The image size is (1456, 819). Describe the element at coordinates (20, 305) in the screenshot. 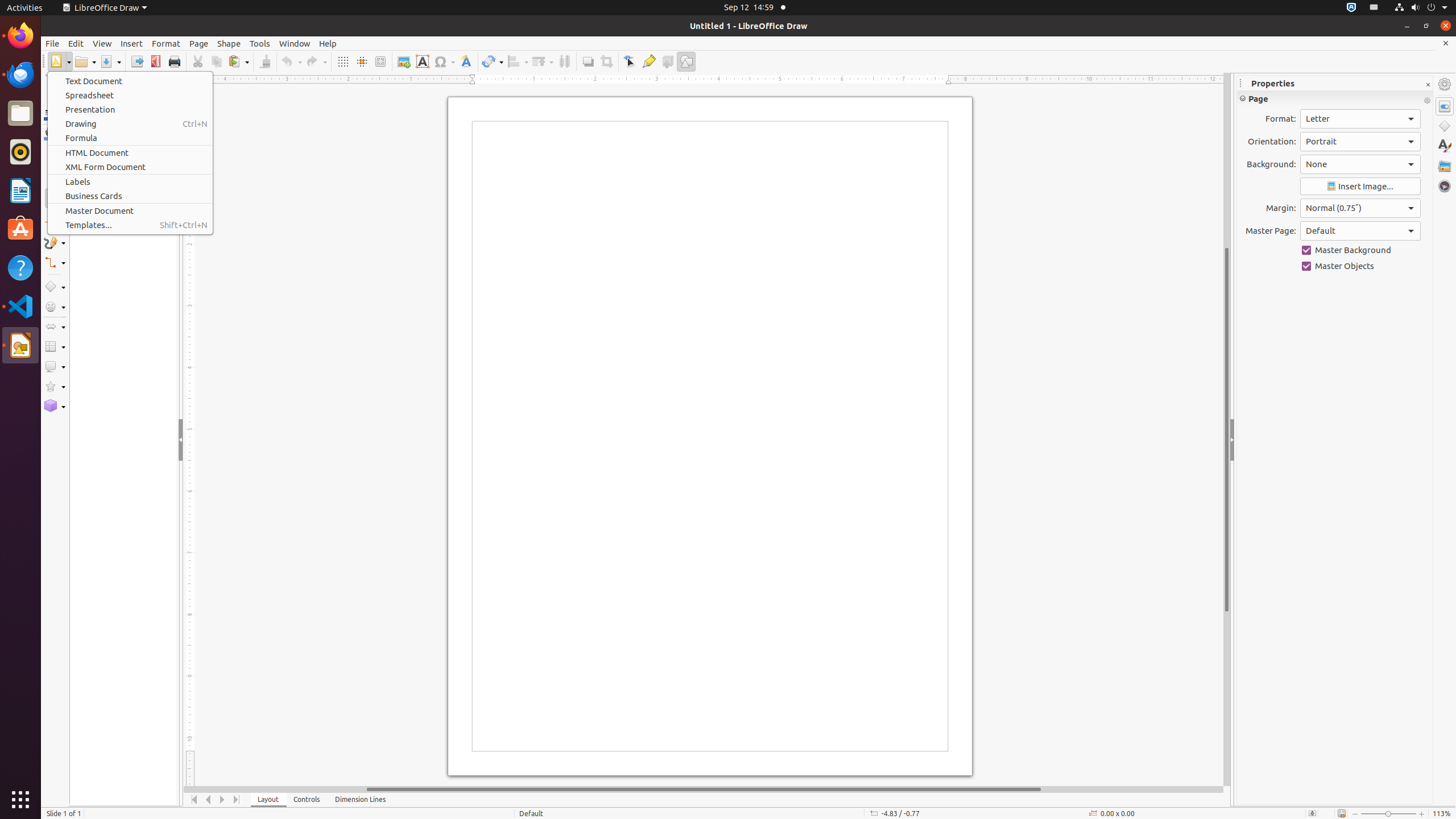

I see `'Visual Studio Code'` at that location.